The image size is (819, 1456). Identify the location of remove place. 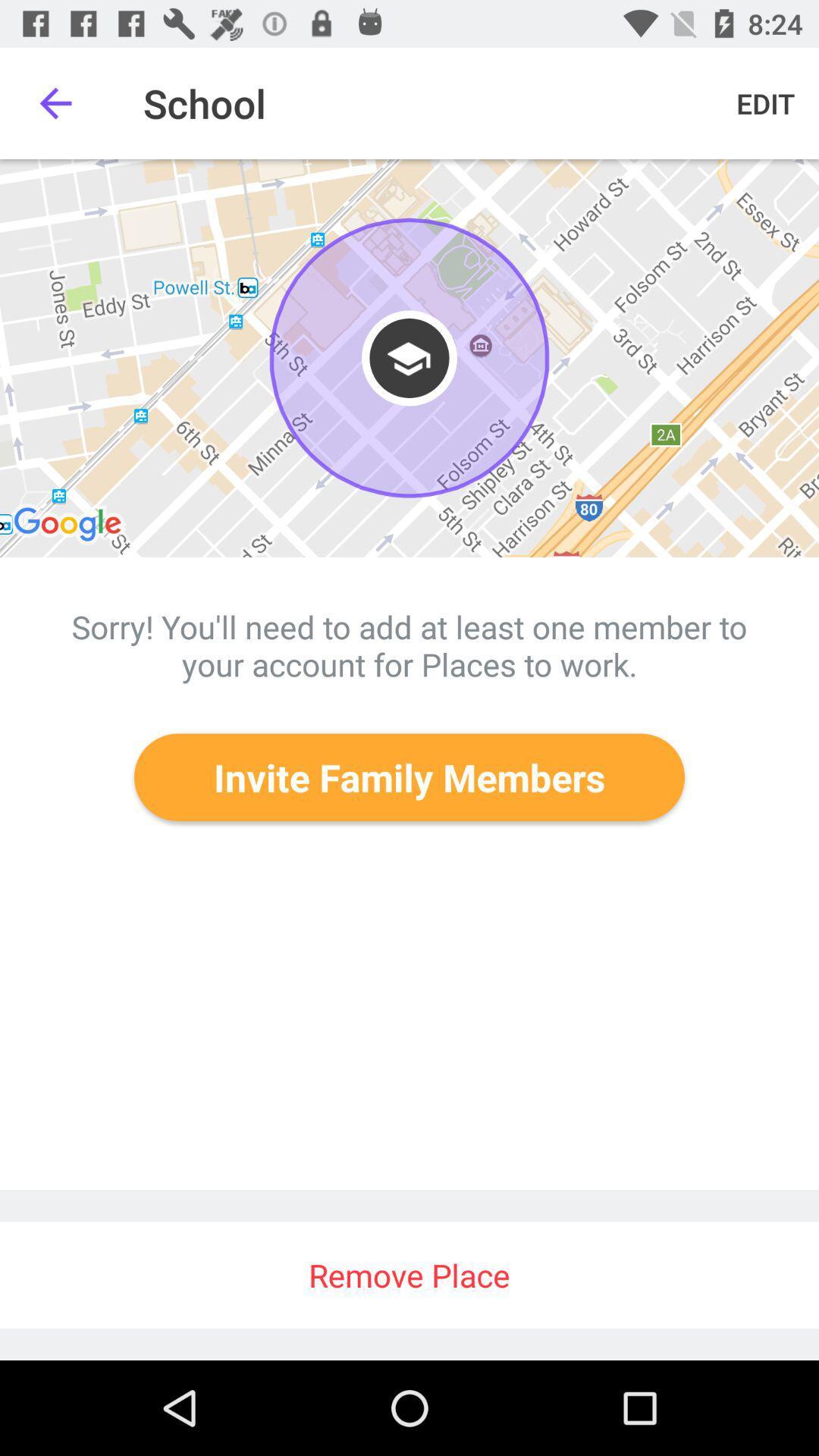
(409, 1274).